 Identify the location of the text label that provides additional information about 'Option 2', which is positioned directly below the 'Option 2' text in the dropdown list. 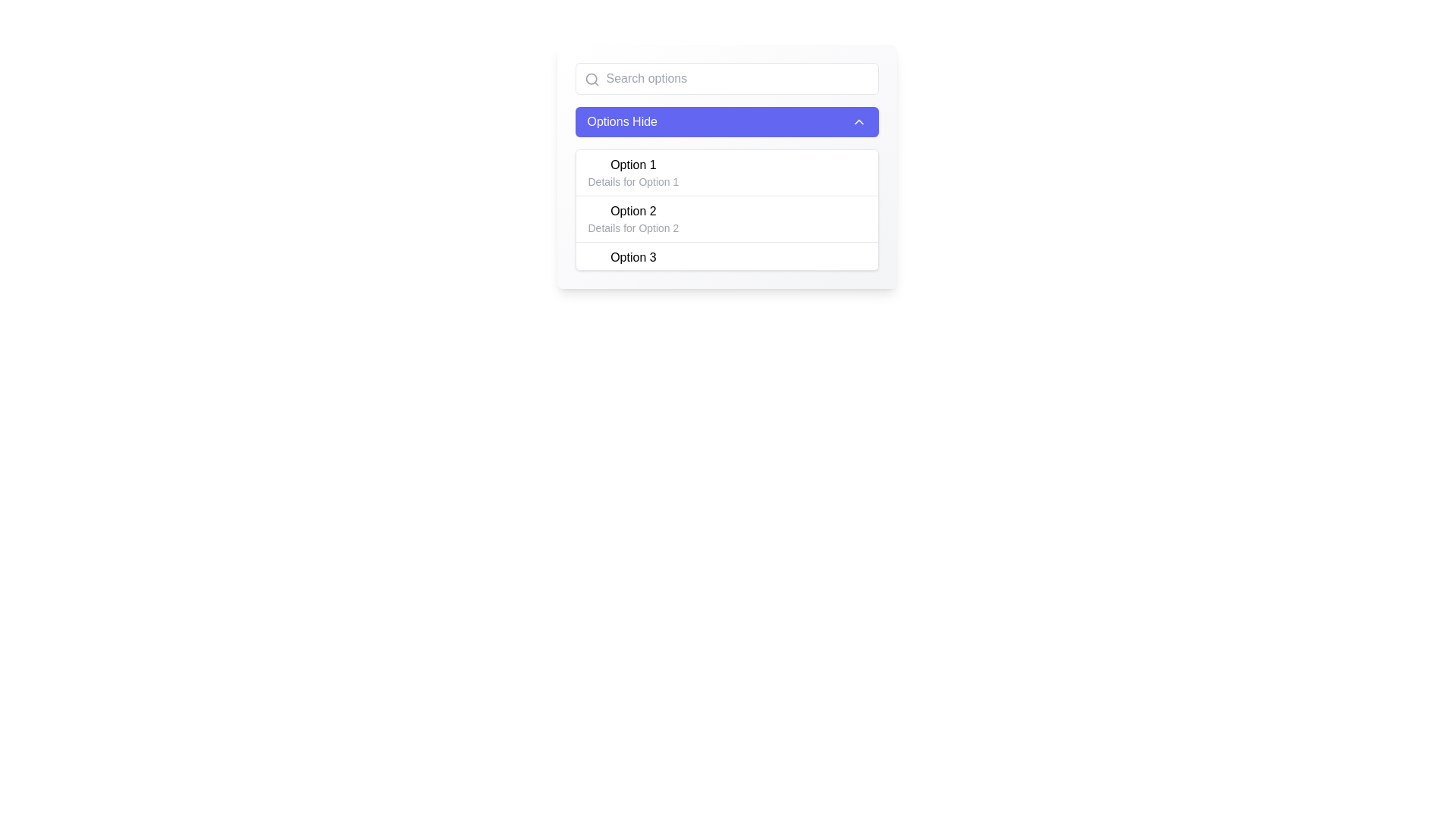
(633, 227).